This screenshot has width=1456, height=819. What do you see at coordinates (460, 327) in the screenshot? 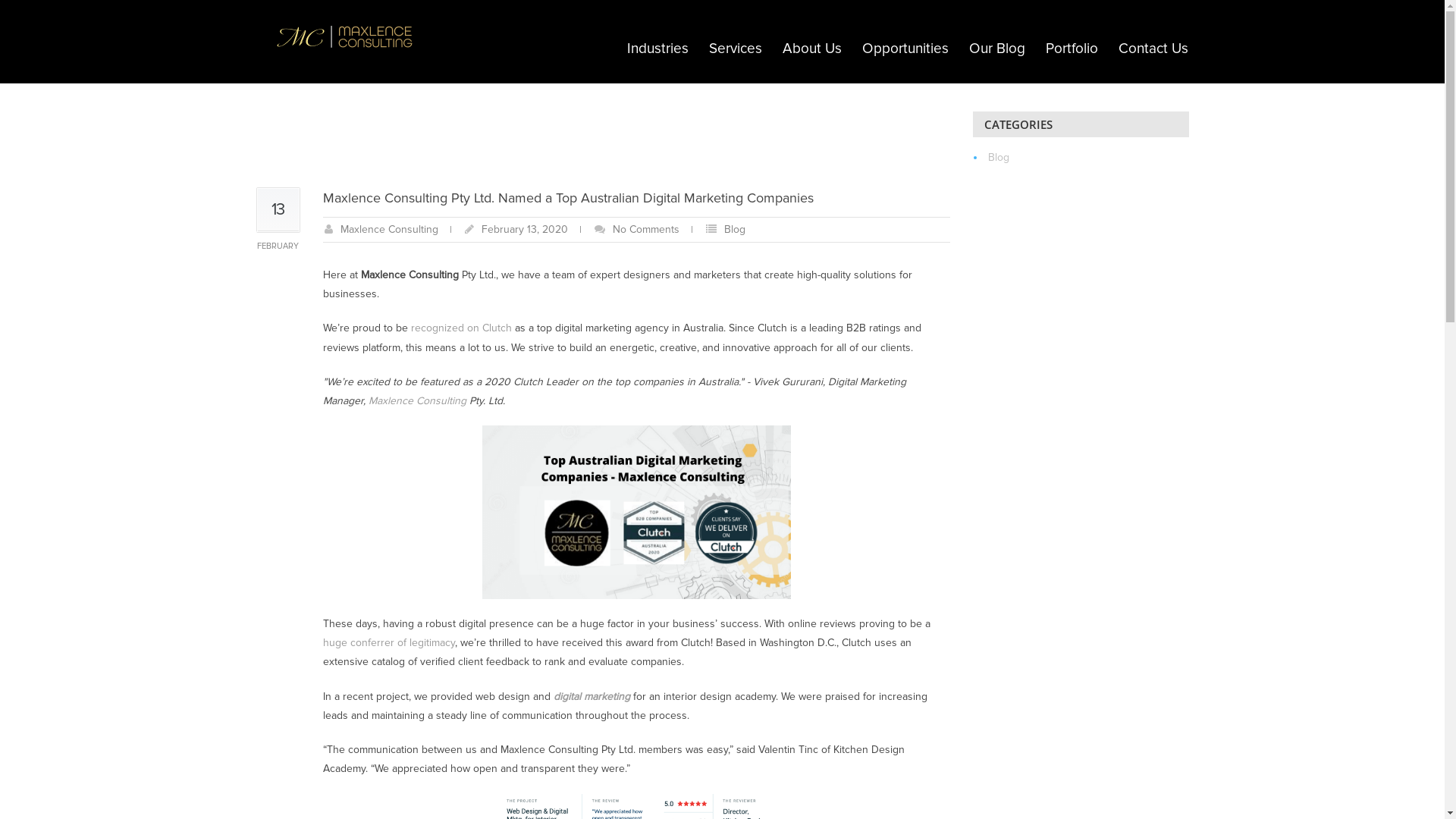
I see `'recognized on Clutch'` at bounding box center [460, 327].